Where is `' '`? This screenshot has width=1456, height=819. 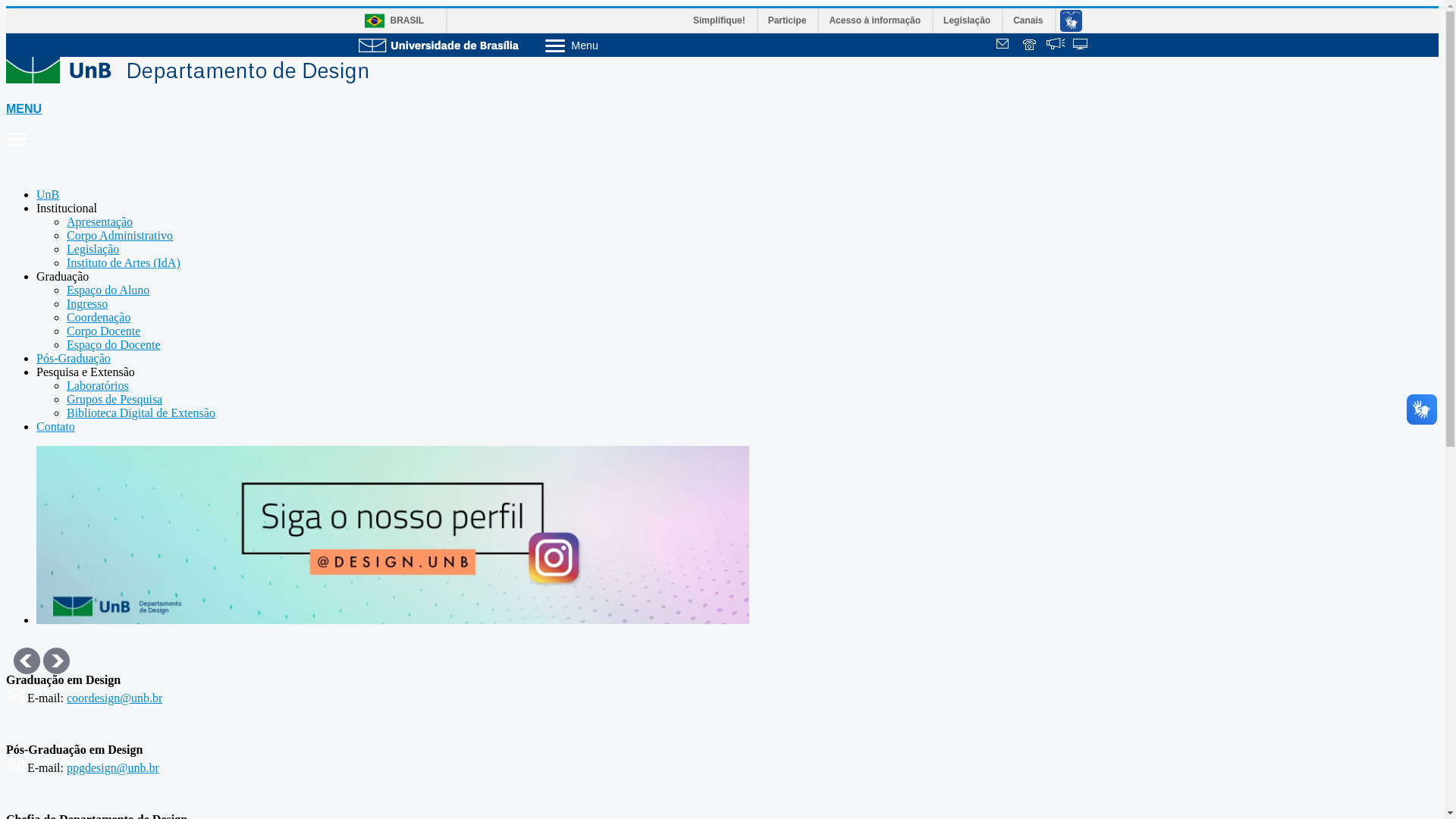
' ' is located at coordinates (1055, 45).